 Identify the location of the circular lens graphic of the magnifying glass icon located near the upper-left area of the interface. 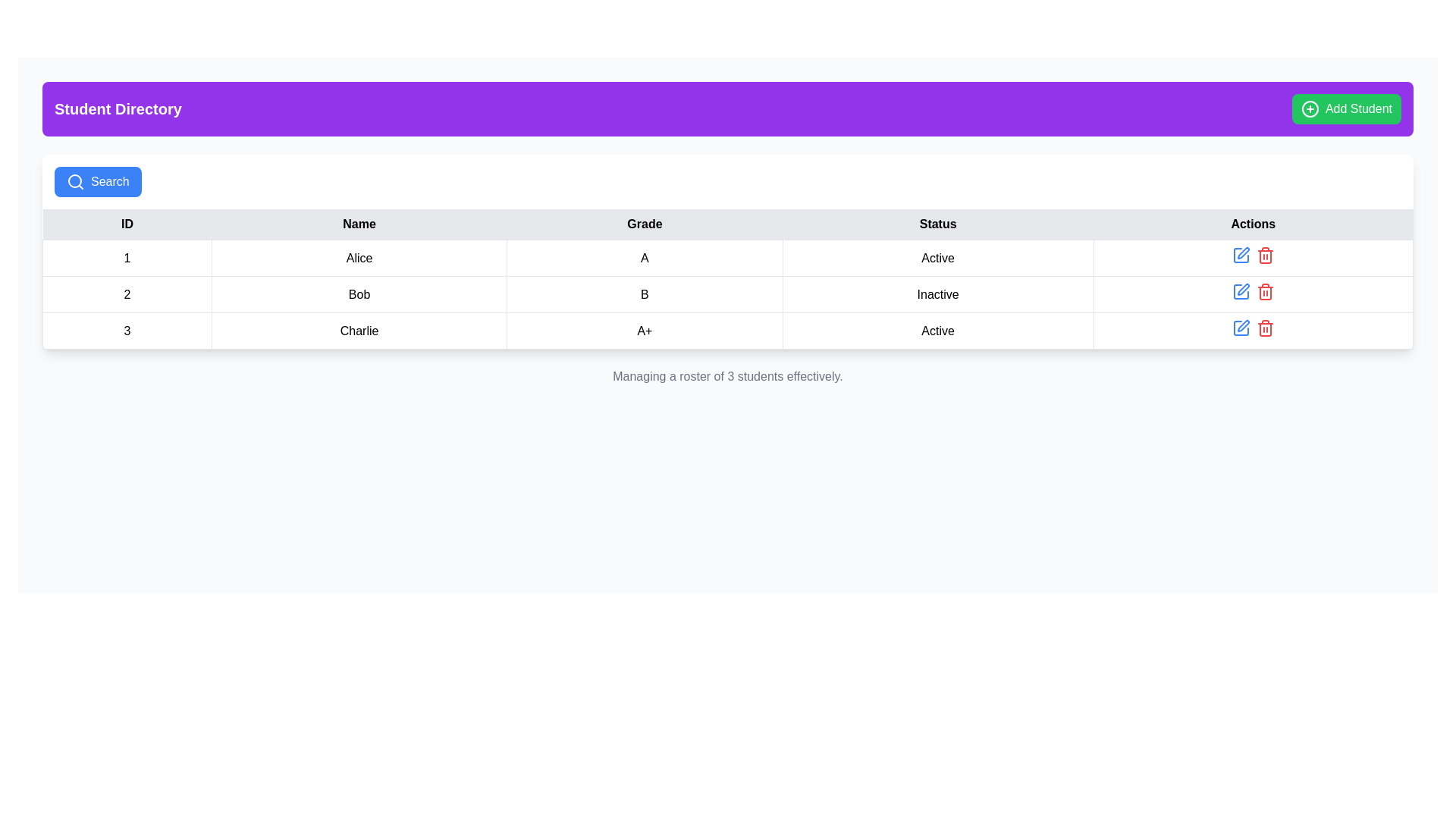
(74, 180).